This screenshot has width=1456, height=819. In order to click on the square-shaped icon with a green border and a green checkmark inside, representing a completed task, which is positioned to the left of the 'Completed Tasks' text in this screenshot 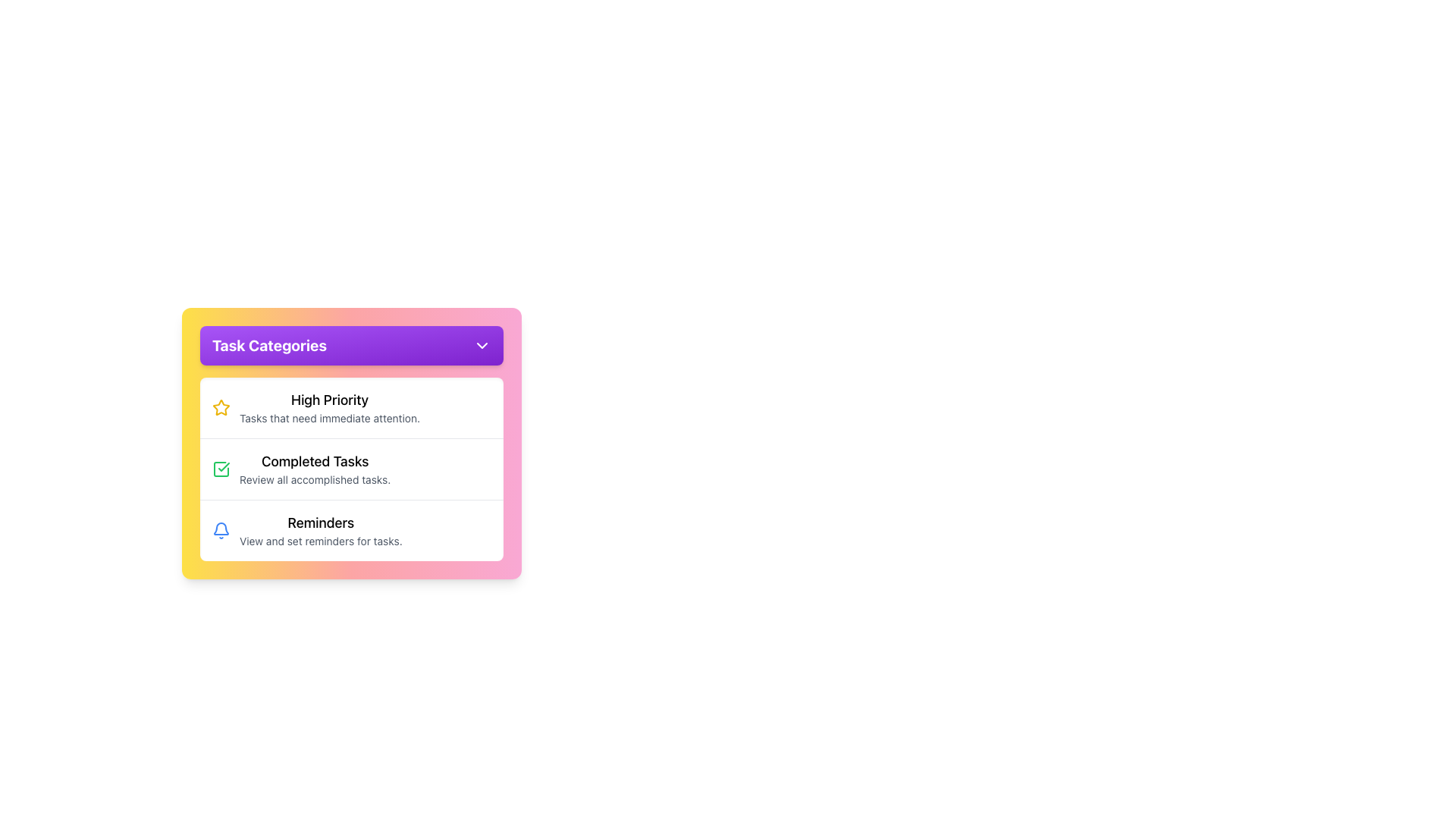, I will do `click(221, 468)`.